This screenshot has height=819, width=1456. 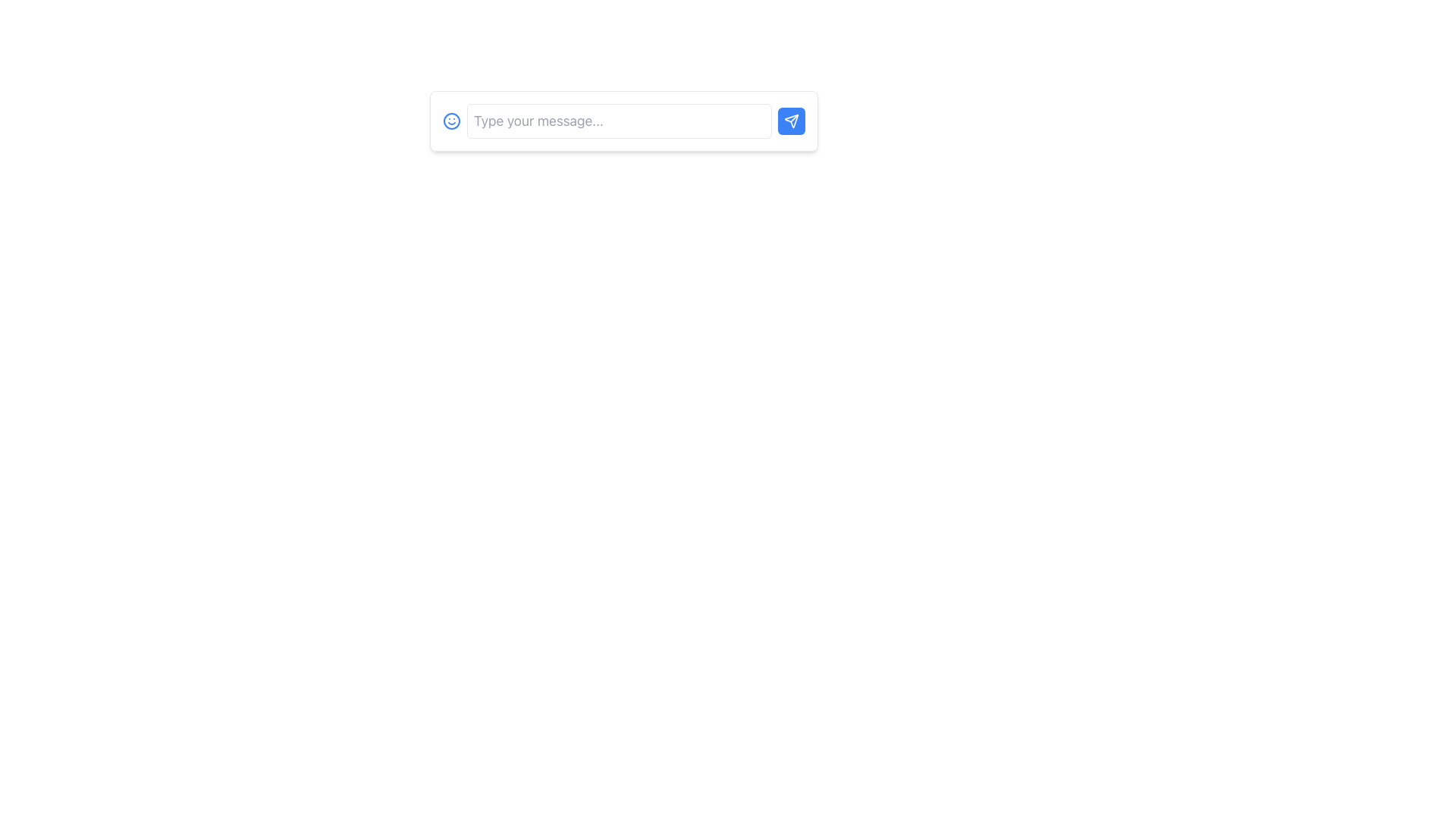 What do you see at coordinates (790, 120) in the screenshot?
I see `the blue button with a white paper airplane icon to observe its hover effect` at bounding box center [790, 120].